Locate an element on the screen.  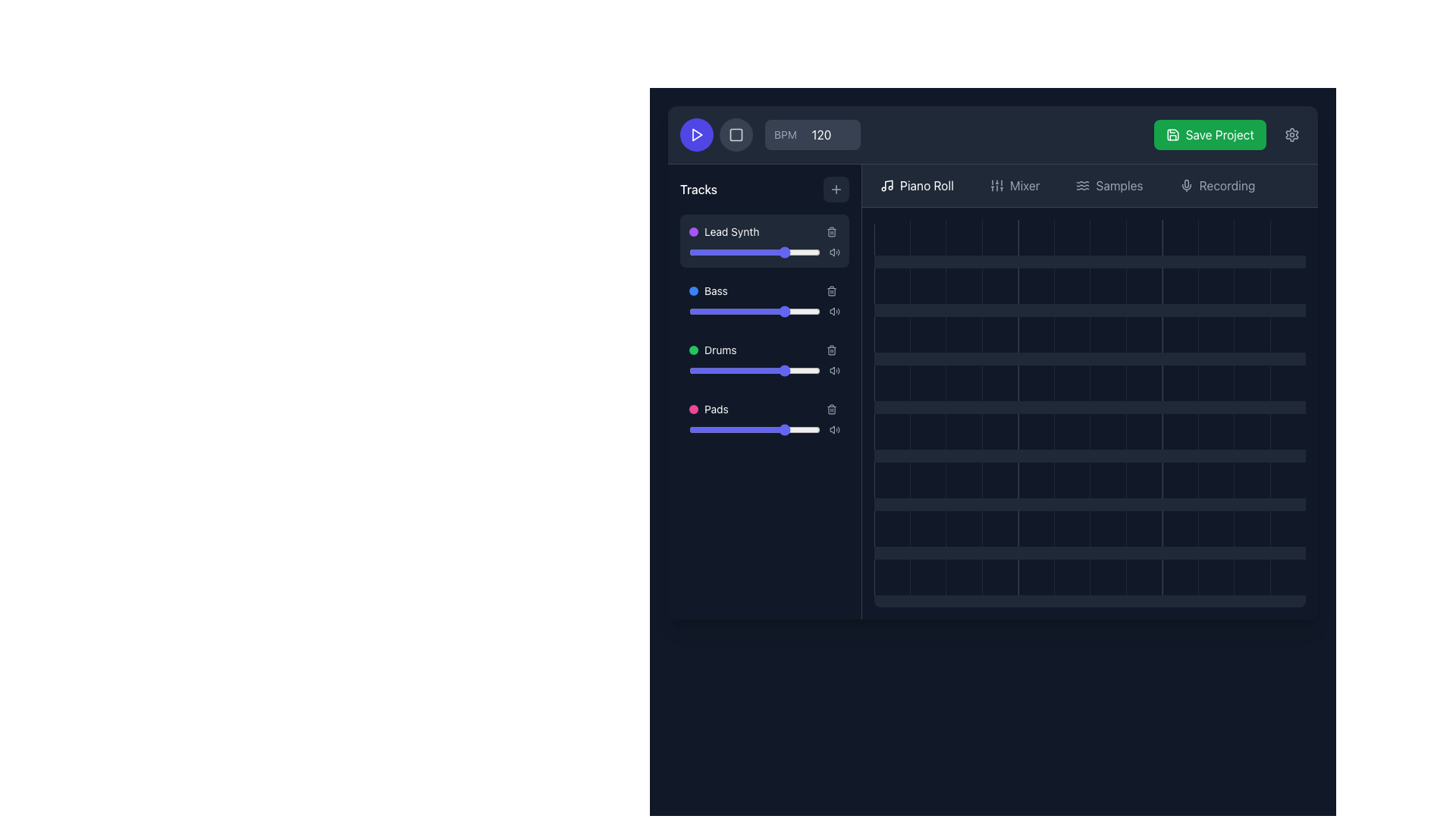
the gear icon button located in the top-right section of the interface is located at coordinates (1291, 133).